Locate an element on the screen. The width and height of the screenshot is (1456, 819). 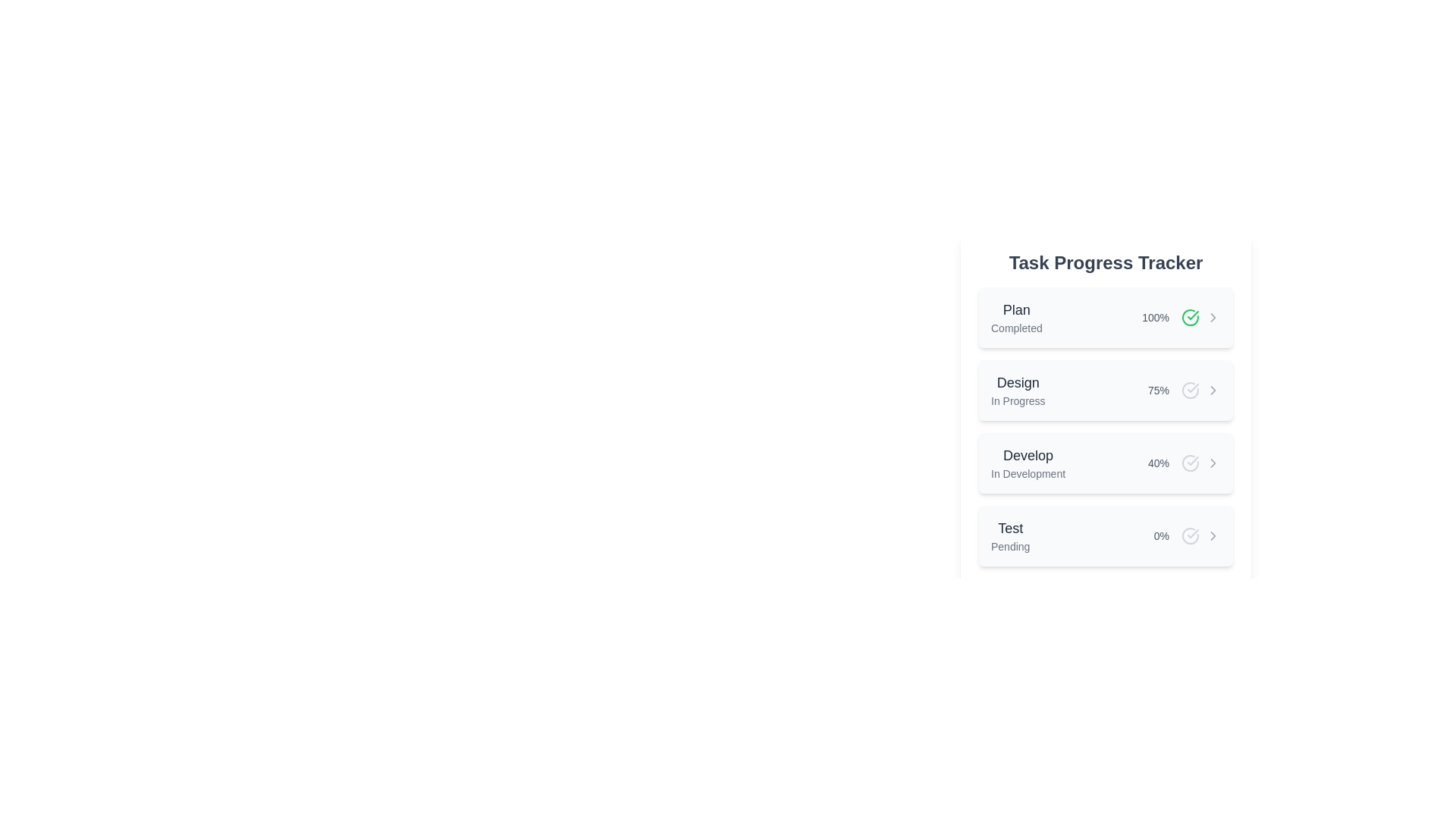
the status indicator text element located under the 'Design' label in the task progress tracker is located at coordinates (1018, 400).